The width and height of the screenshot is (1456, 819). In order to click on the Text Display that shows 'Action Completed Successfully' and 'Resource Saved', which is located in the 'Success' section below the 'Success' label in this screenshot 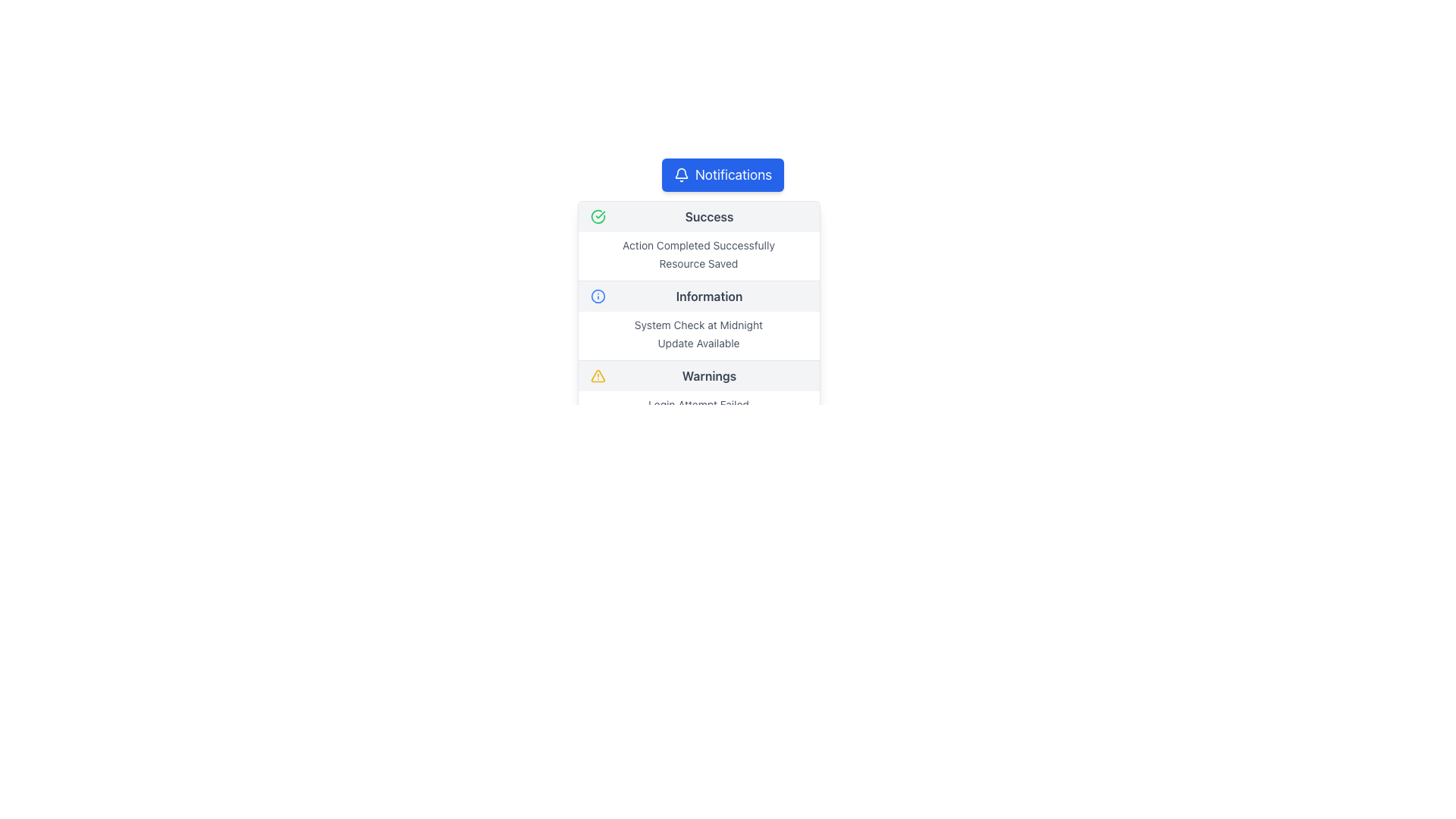, I will do `click(698, 256)`.